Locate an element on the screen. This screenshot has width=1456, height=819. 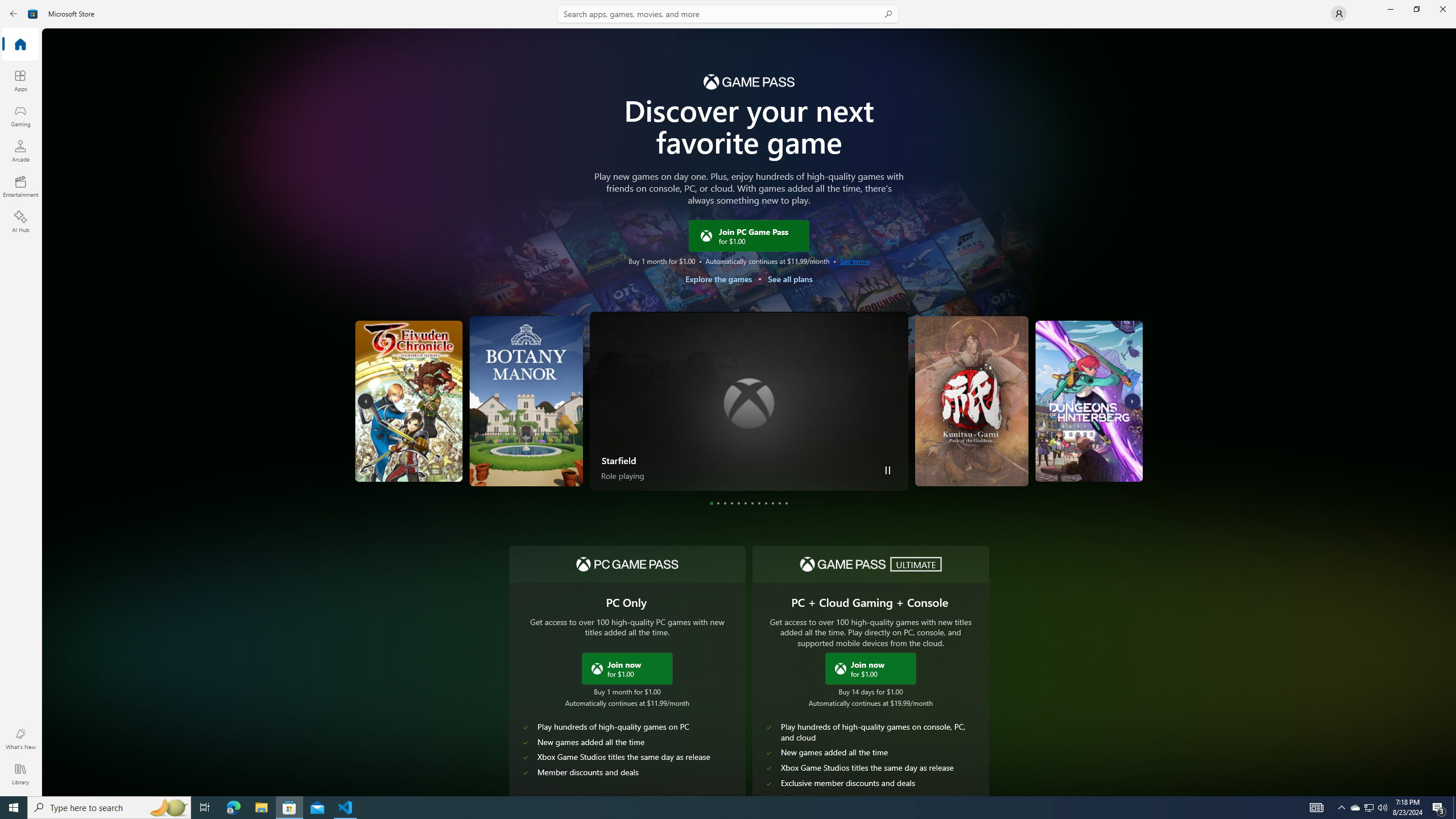
'Page 7' is located at coordinates (751, 503).